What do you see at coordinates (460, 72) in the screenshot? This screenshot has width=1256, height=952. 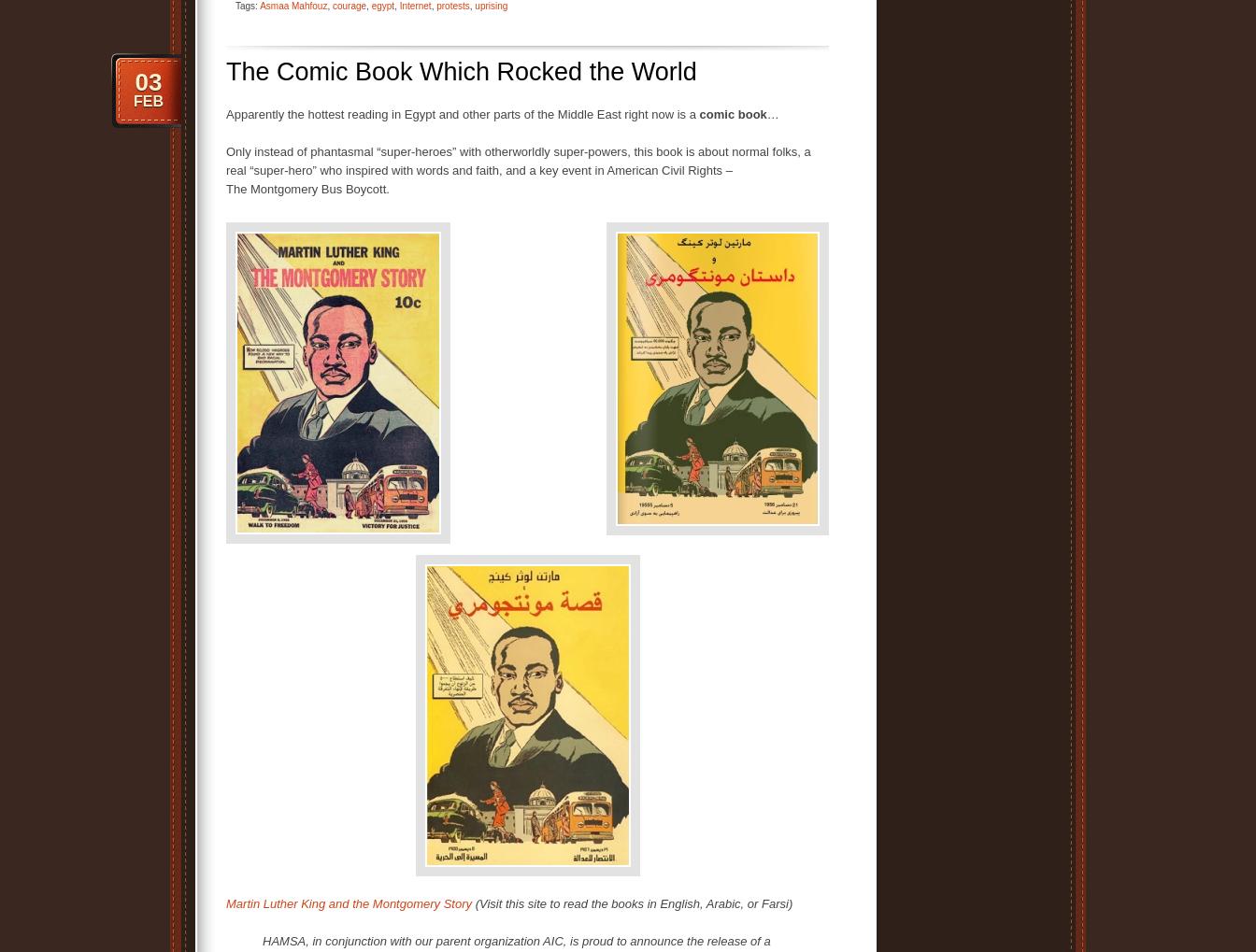 I see `'The Comic Book Which Rocked the World'` at bounding box center [460, 72].